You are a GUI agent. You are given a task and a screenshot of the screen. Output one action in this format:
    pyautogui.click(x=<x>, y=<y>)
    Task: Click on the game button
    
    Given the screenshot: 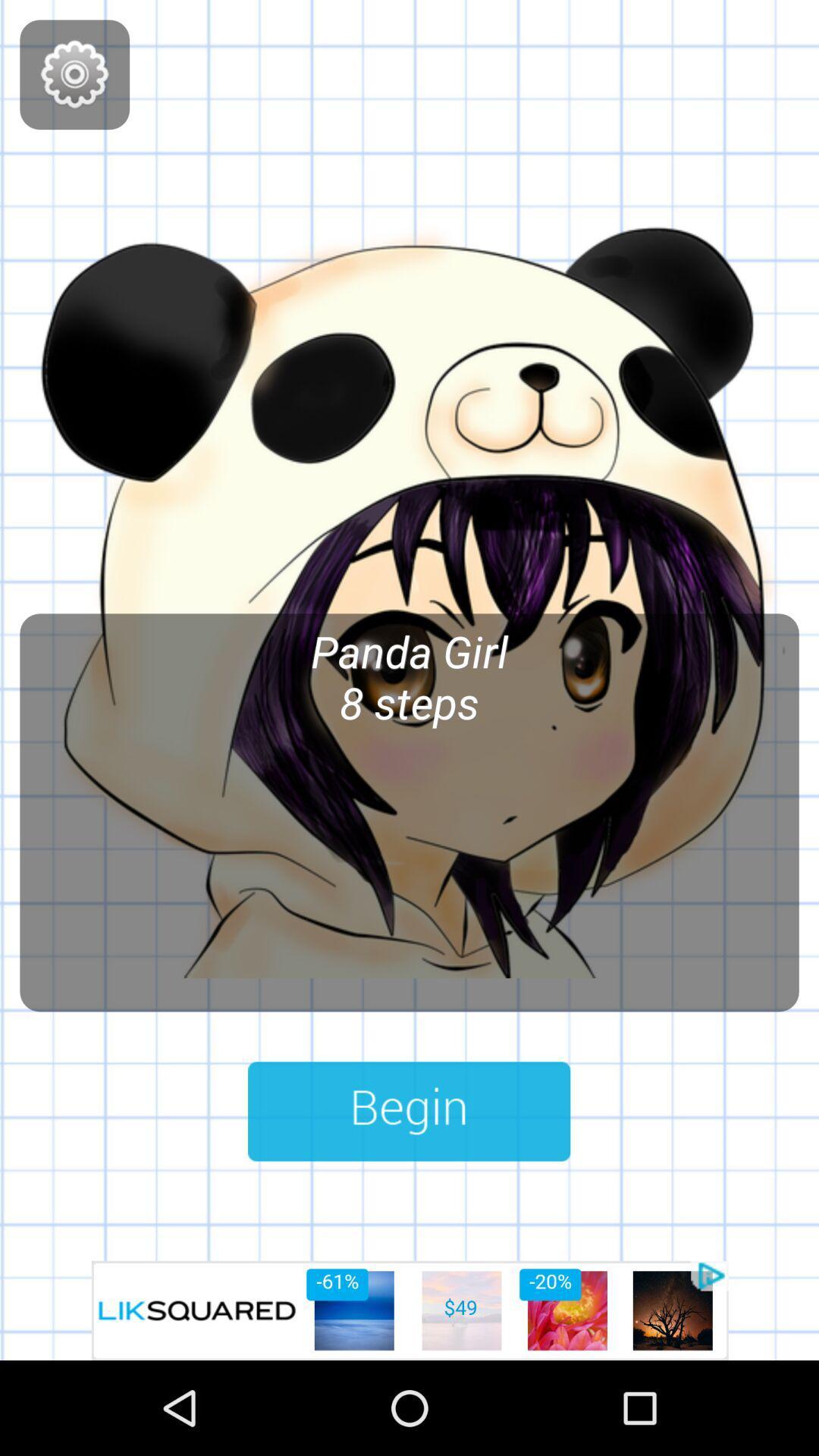 What is the action you would take?
    pyautogui.click(x=408, y=1111)
    